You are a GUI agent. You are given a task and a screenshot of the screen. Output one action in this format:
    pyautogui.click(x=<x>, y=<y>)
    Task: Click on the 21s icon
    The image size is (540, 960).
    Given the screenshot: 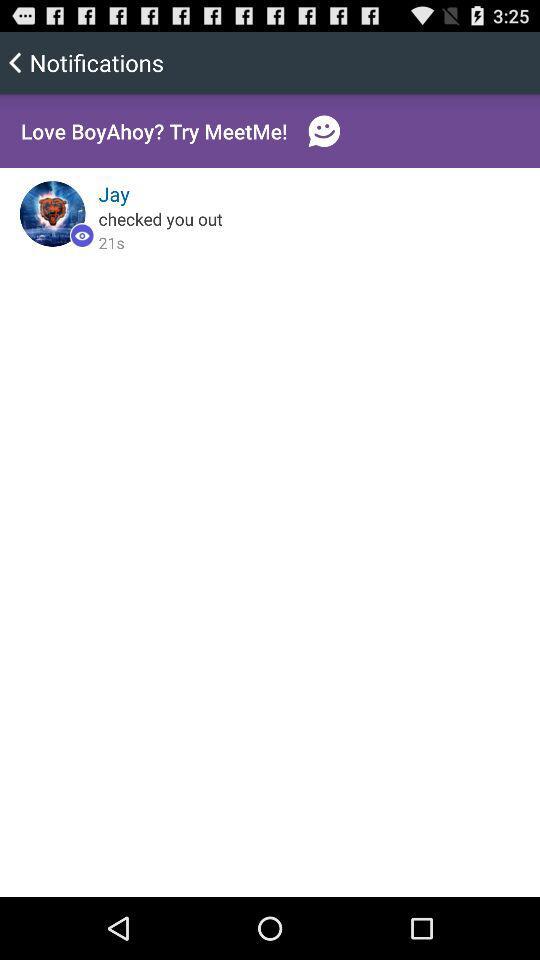 What is the action you would take?
    pyautogui.click(x=111, y=241)
    